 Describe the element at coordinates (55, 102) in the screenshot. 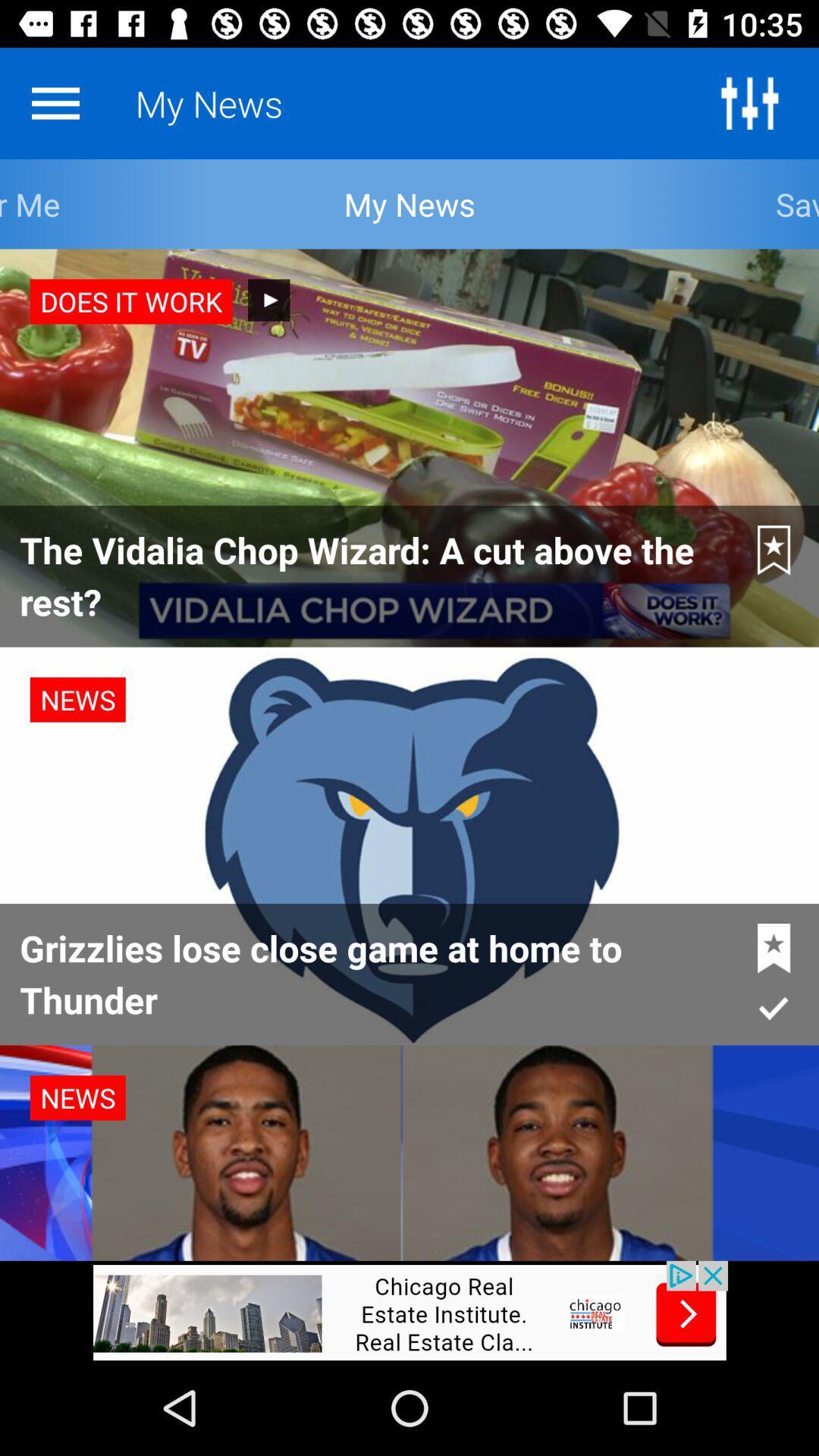

I see `the menu icon` at that location.